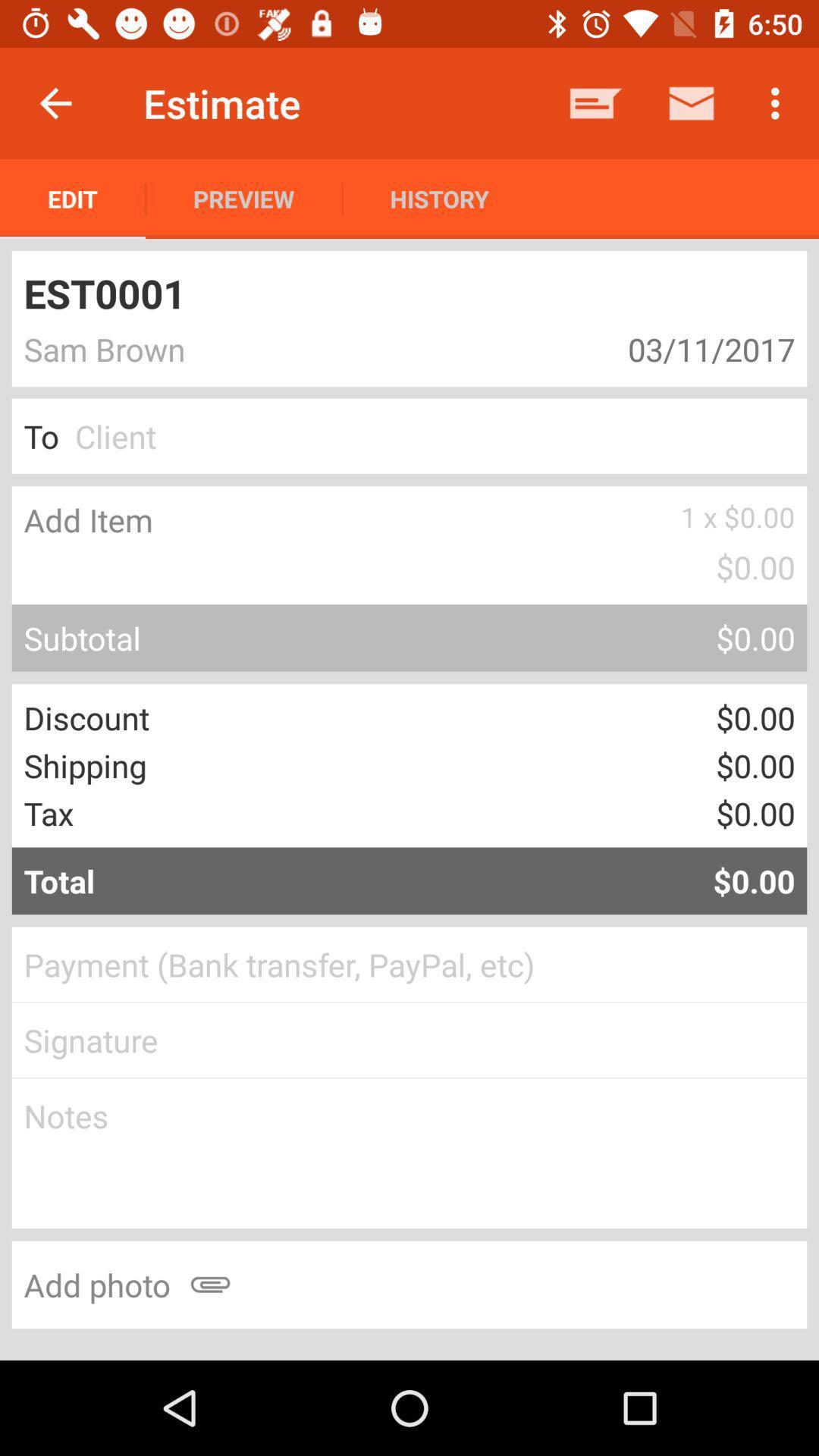  Describe the element at coordinates (439, 198) in the screenshot. I see `the item to the right of the preview icon` at that location.